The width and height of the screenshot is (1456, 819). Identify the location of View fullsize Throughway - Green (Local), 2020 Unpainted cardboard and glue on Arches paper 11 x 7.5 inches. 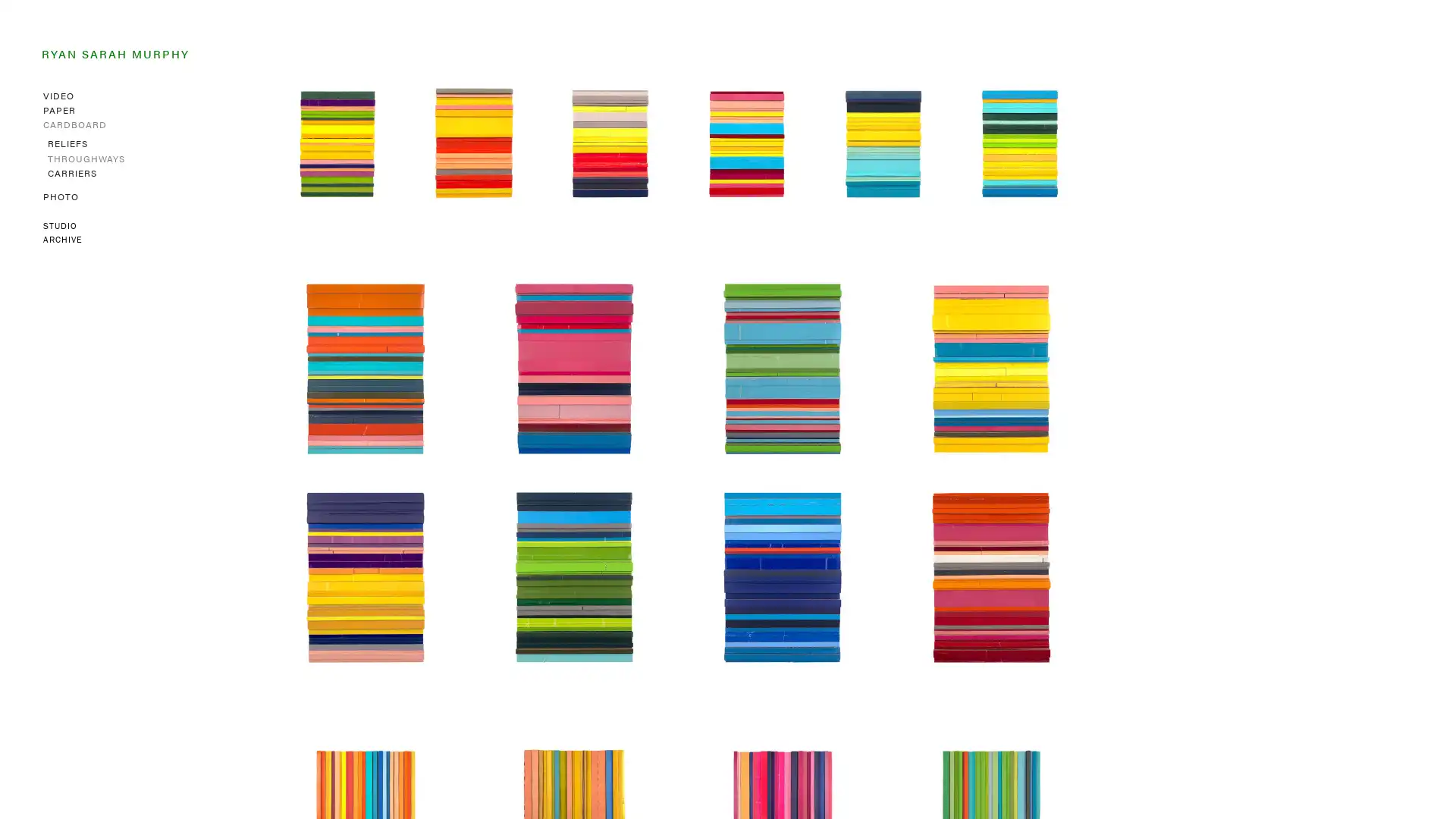
(573, 577).